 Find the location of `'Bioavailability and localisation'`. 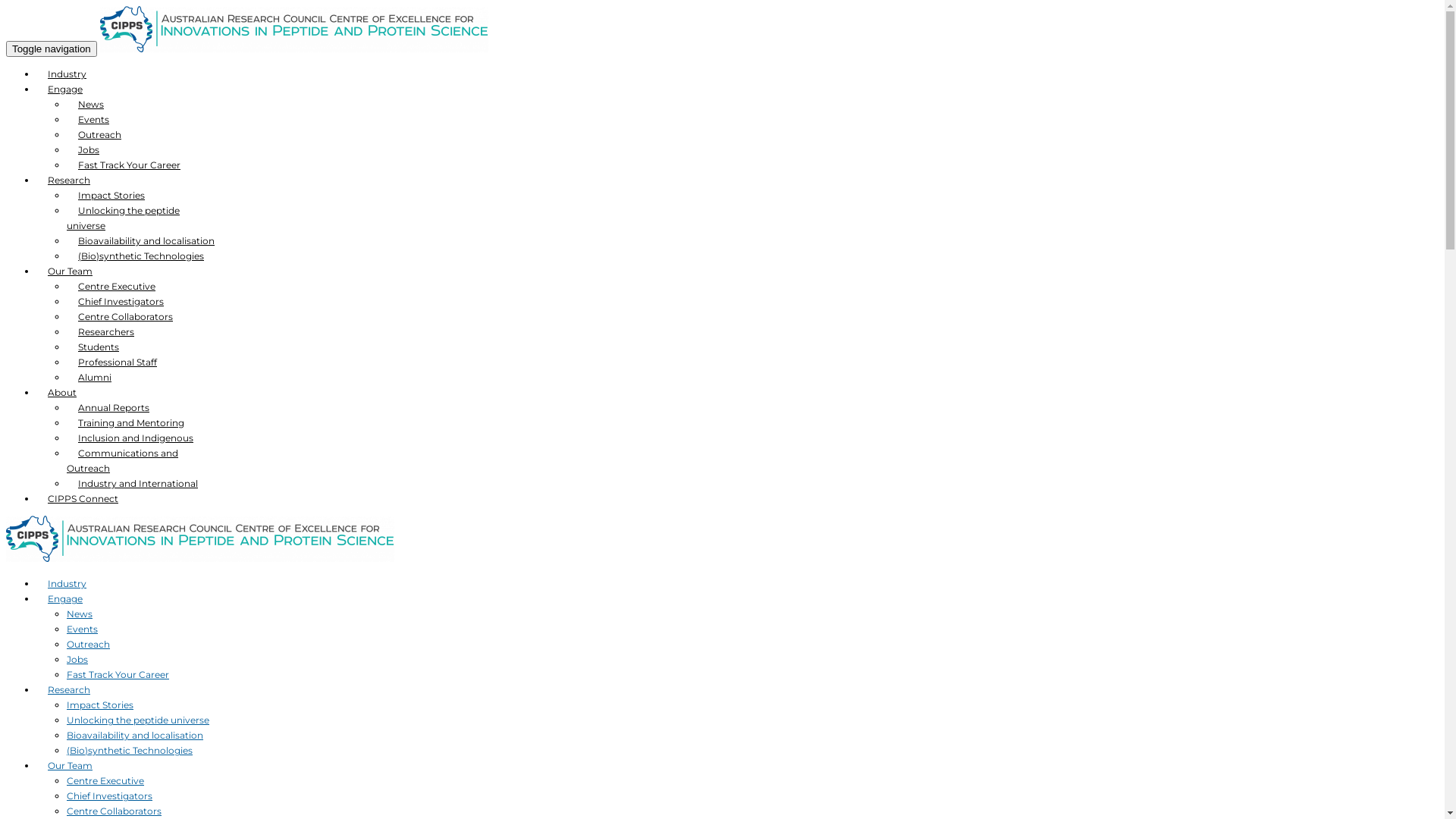

'Bioavailability and localisation' is located at coordinates (65, 734).